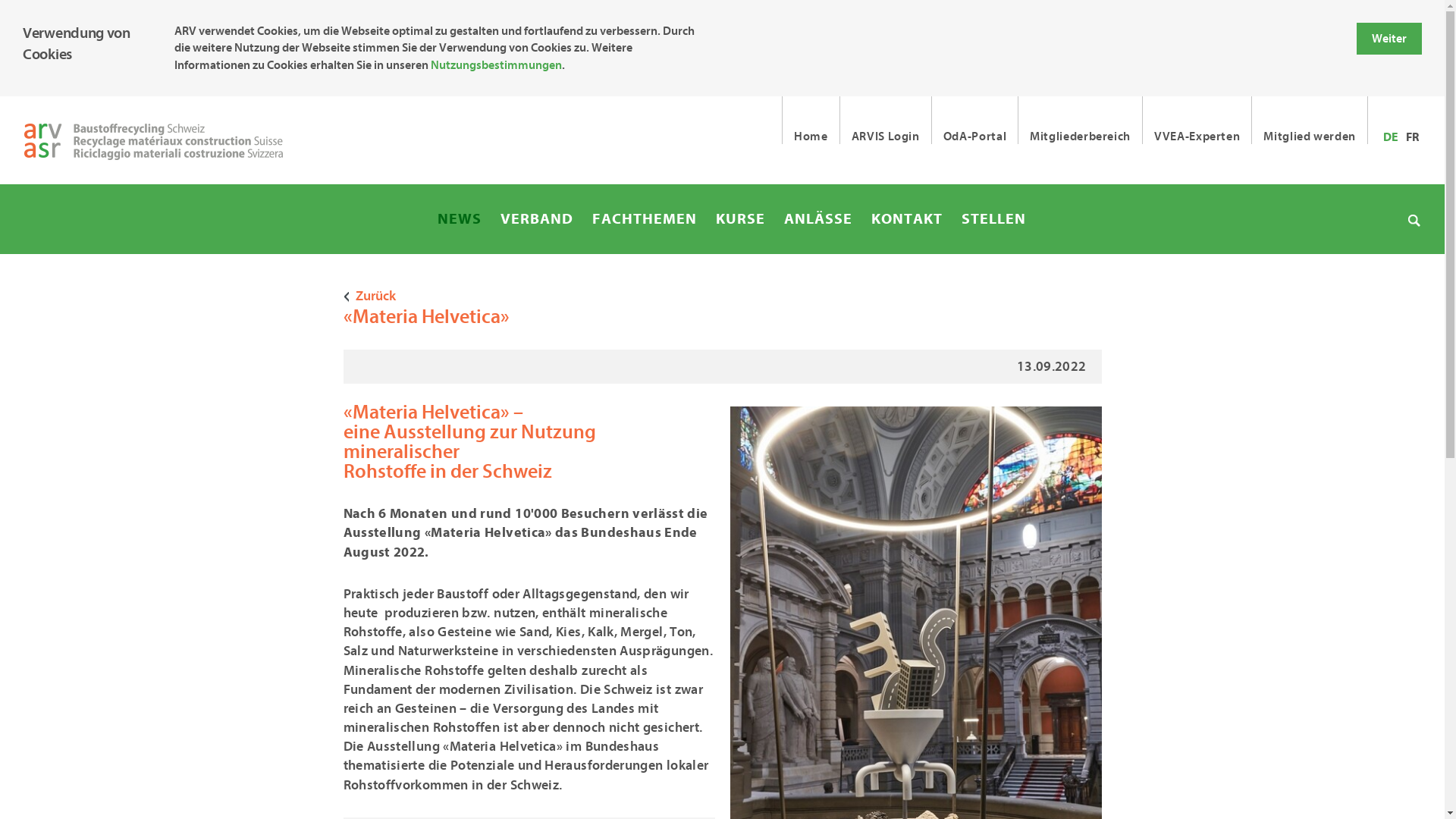 The image size is (1456, 819). Describe the element at coordinates (974, 119) in the screenshot. I see `'OdA-Portal'` at that location.